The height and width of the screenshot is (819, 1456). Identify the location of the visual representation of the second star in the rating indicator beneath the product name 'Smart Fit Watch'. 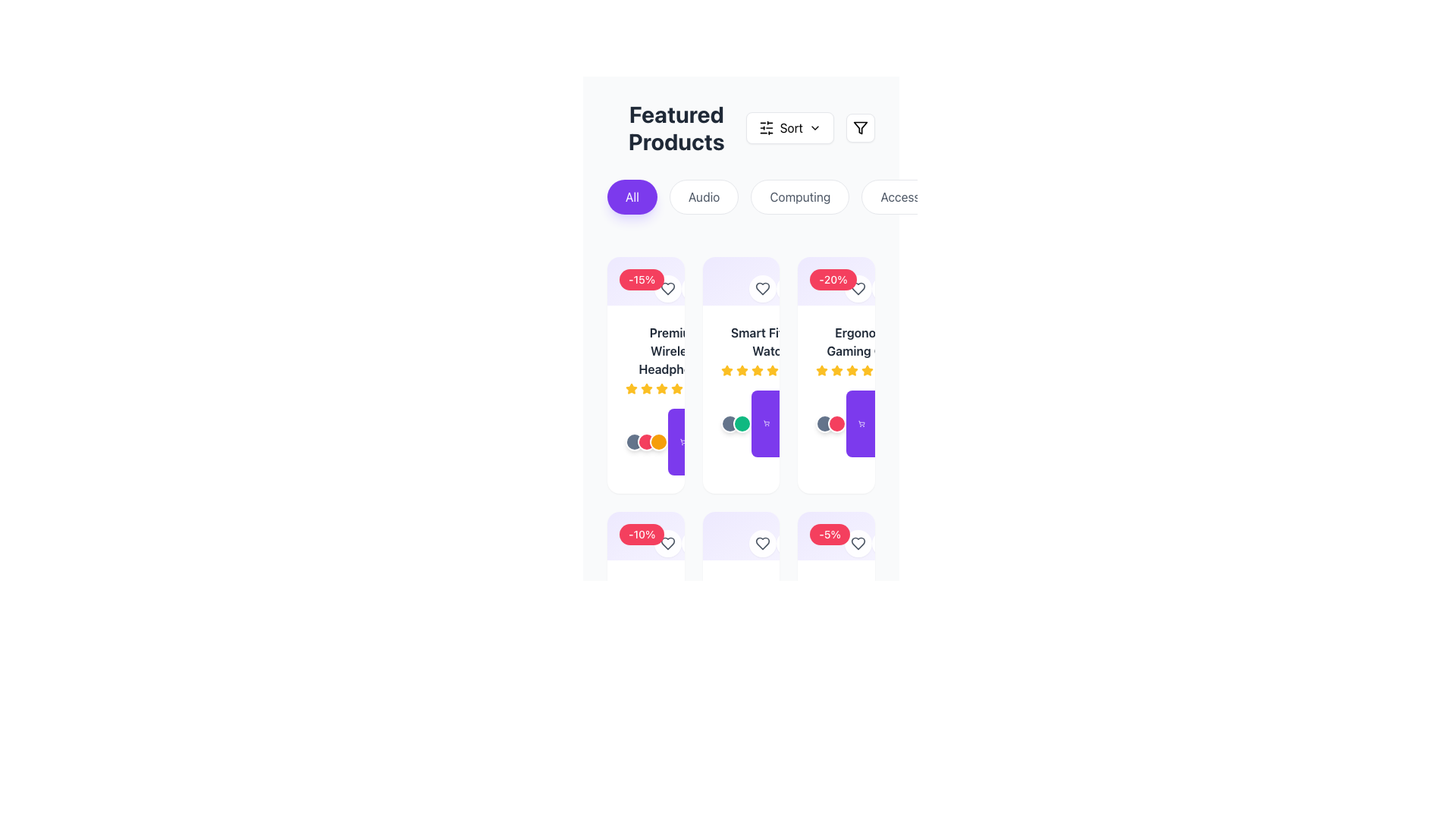
(757, 370).